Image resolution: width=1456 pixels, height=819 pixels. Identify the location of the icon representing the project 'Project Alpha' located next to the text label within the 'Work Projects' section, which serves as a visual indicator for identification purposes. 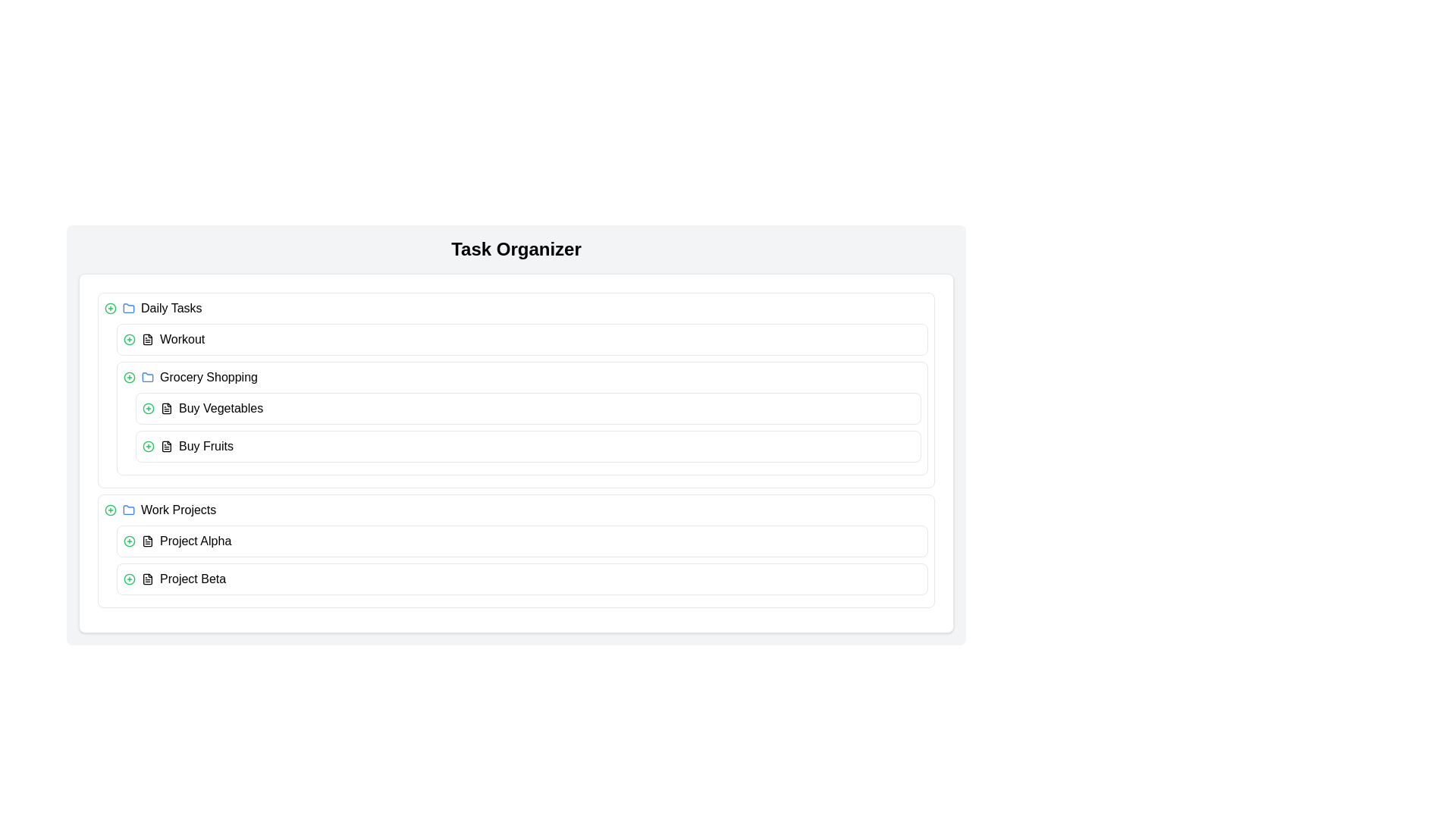
(148, 540).